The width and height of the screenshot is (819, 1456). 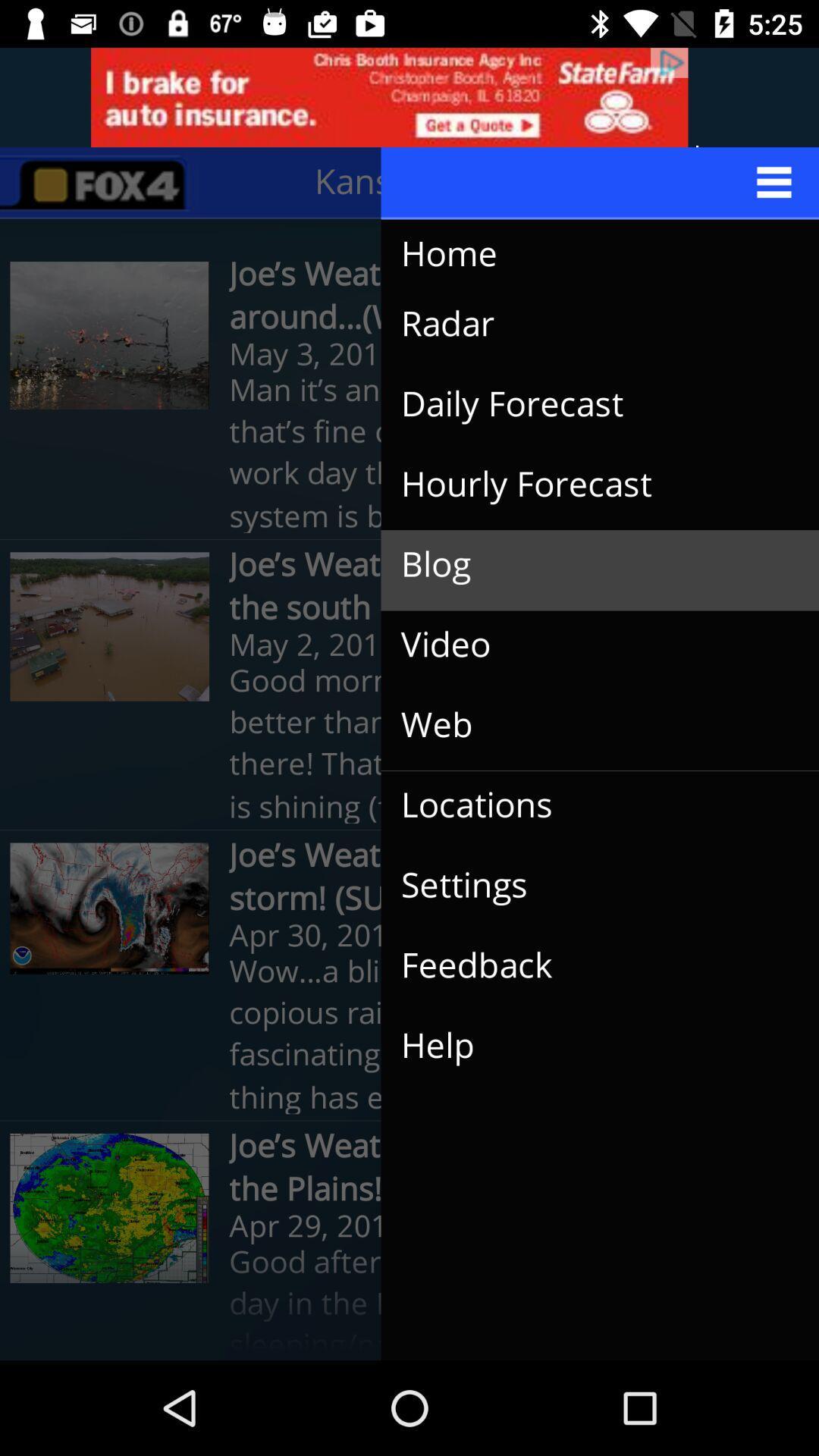 I want to click on web icon, so click(x=587, y=724).